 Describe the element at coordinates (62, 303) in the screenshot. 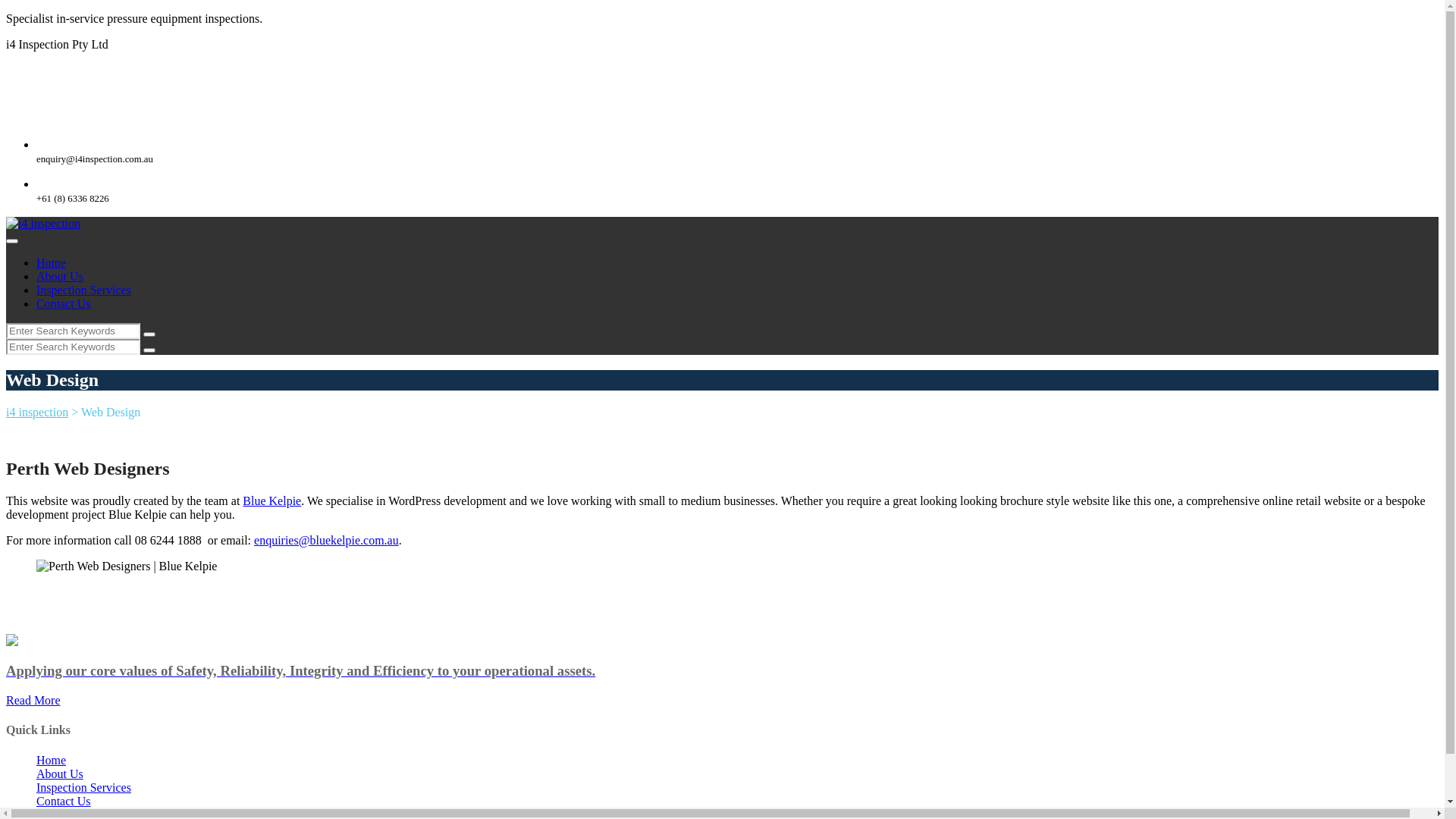

I see `'Contact Us'` at that location.